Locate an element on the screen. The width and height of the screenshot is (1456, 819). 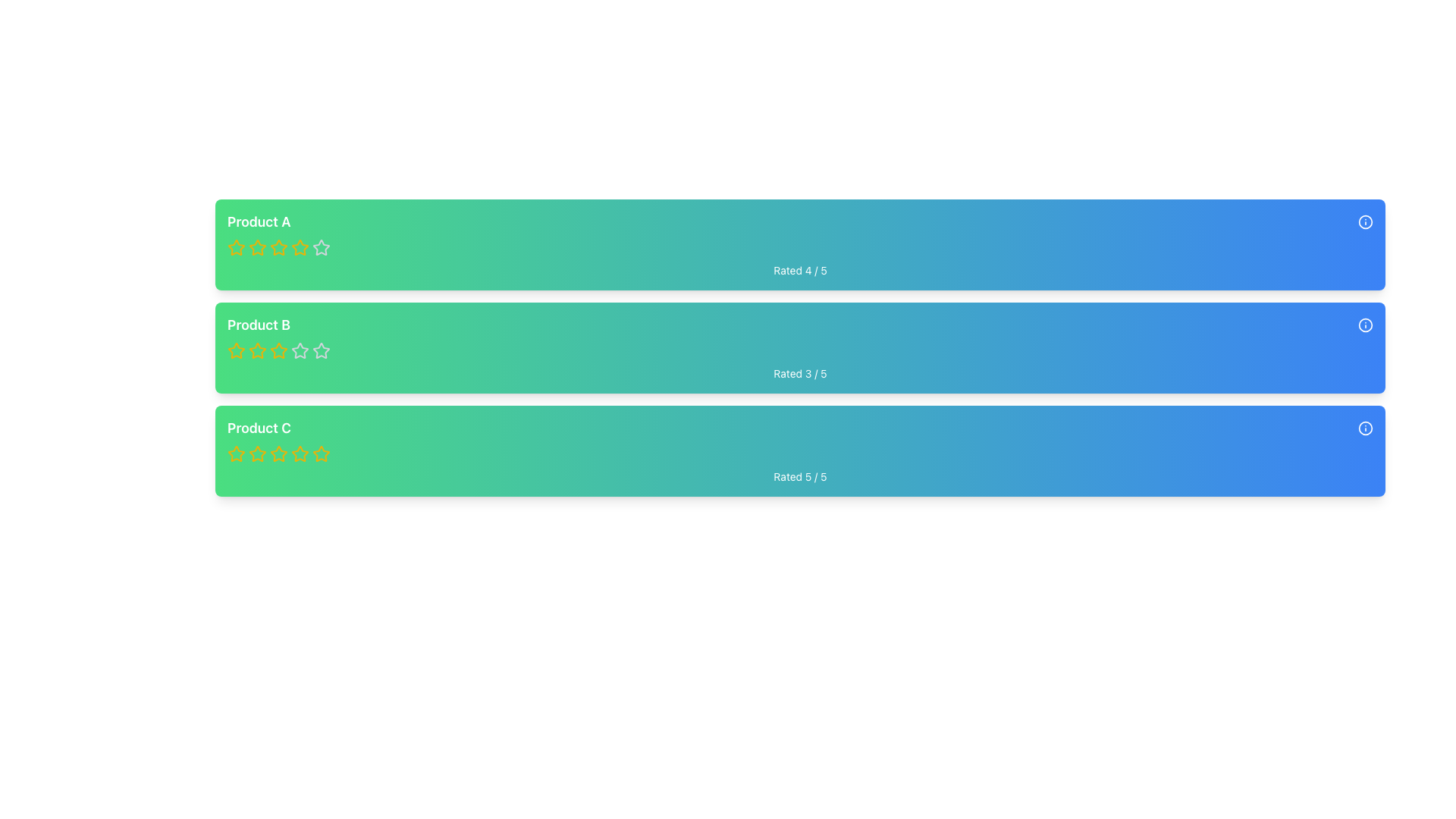
the second star icon in the rating interface of 'Product A' is located at coordinates (258, 246).